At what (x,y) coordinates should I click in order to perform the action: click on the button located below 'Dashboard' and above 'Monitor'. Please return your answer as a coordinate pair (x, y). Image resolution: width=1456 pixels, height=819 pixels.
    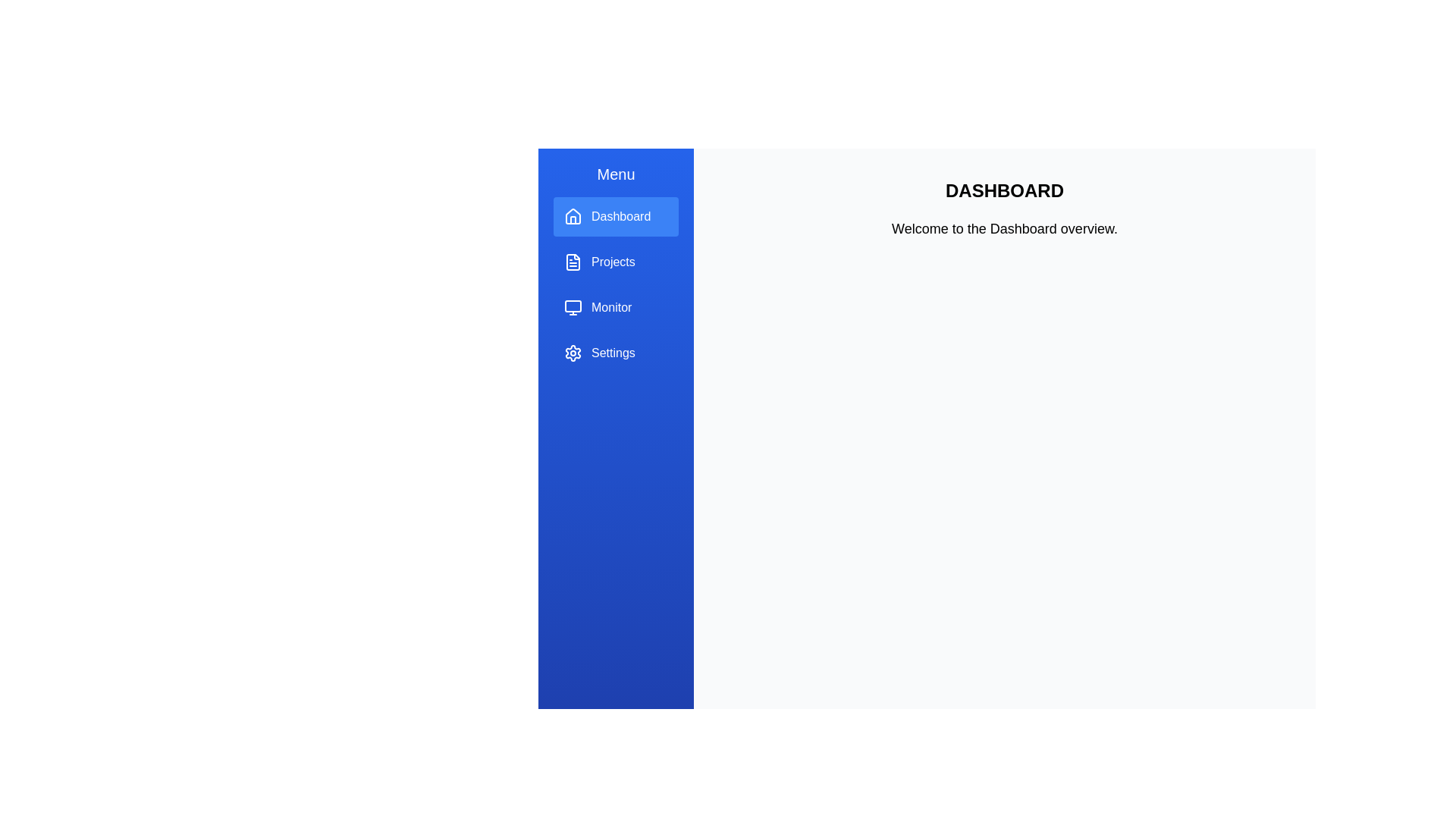
    Looking at the image, I should click on (616, 284).